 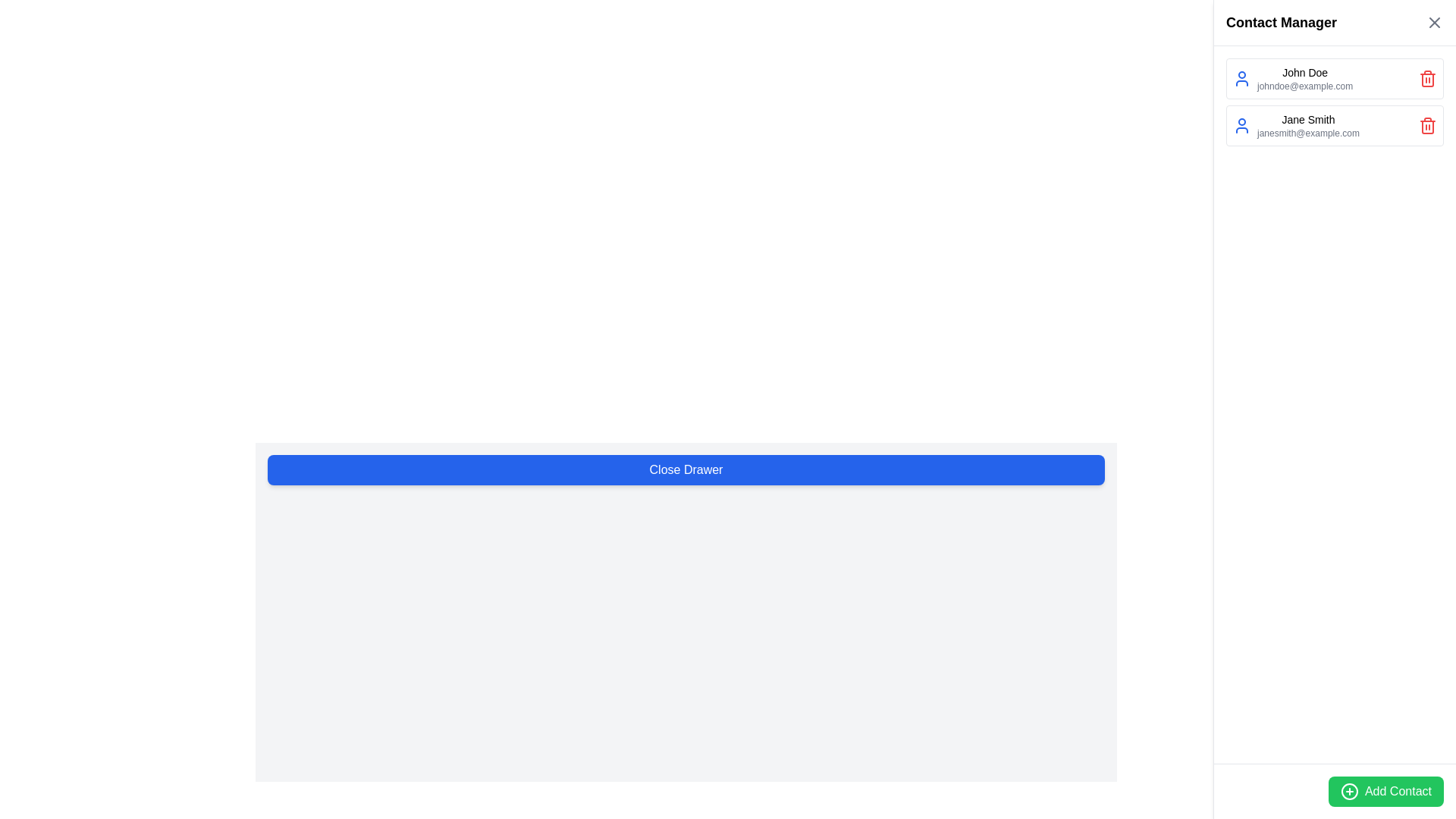 What do you see at coordinates (1426, 124) in the screenshot?
I see `the red trash bin icon next to the name and email of Jane Smith in the contact list` at bounding box center [1426, 124].